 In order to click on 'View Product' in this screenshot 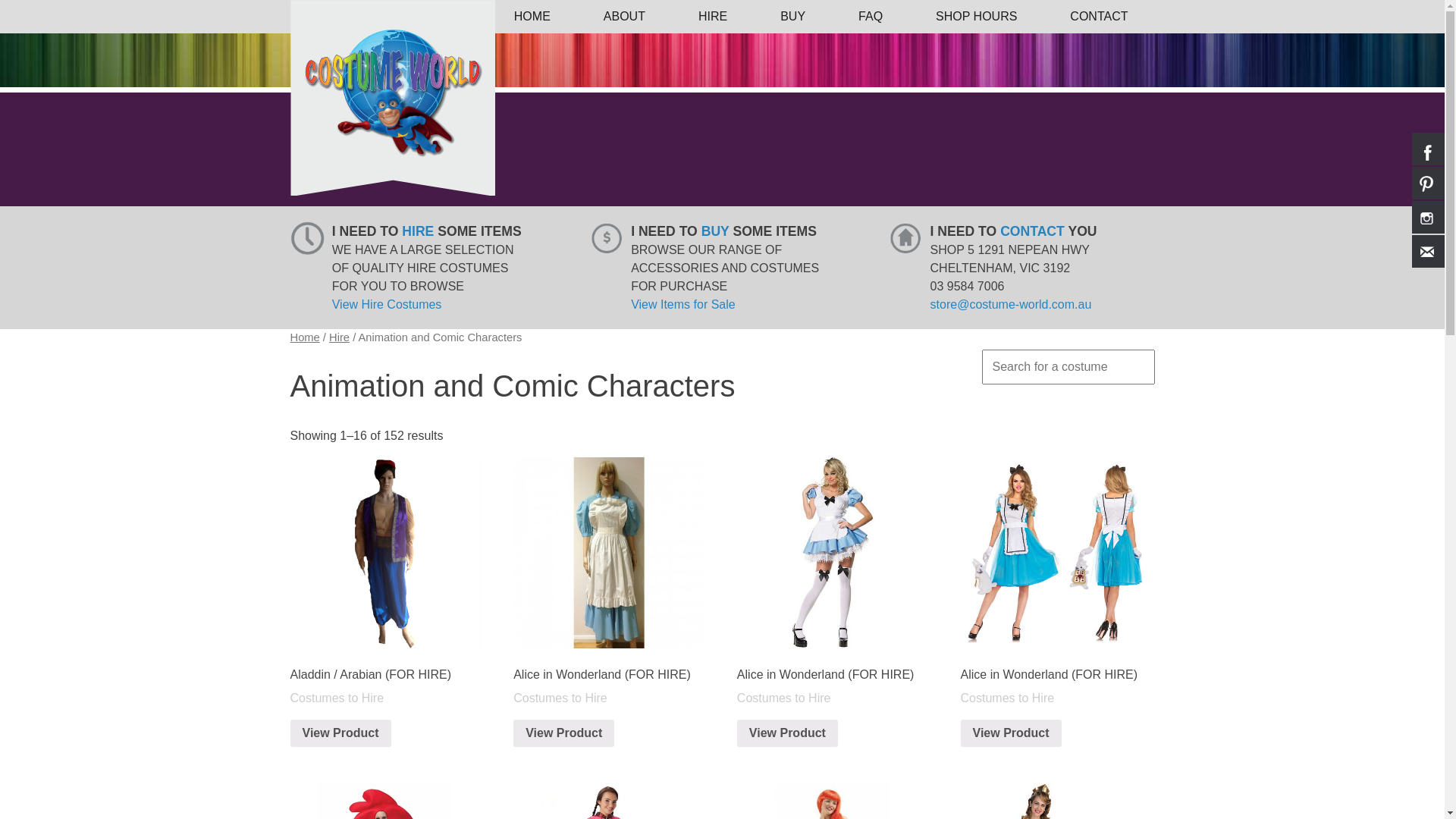, I will do `click(290, 733)`.